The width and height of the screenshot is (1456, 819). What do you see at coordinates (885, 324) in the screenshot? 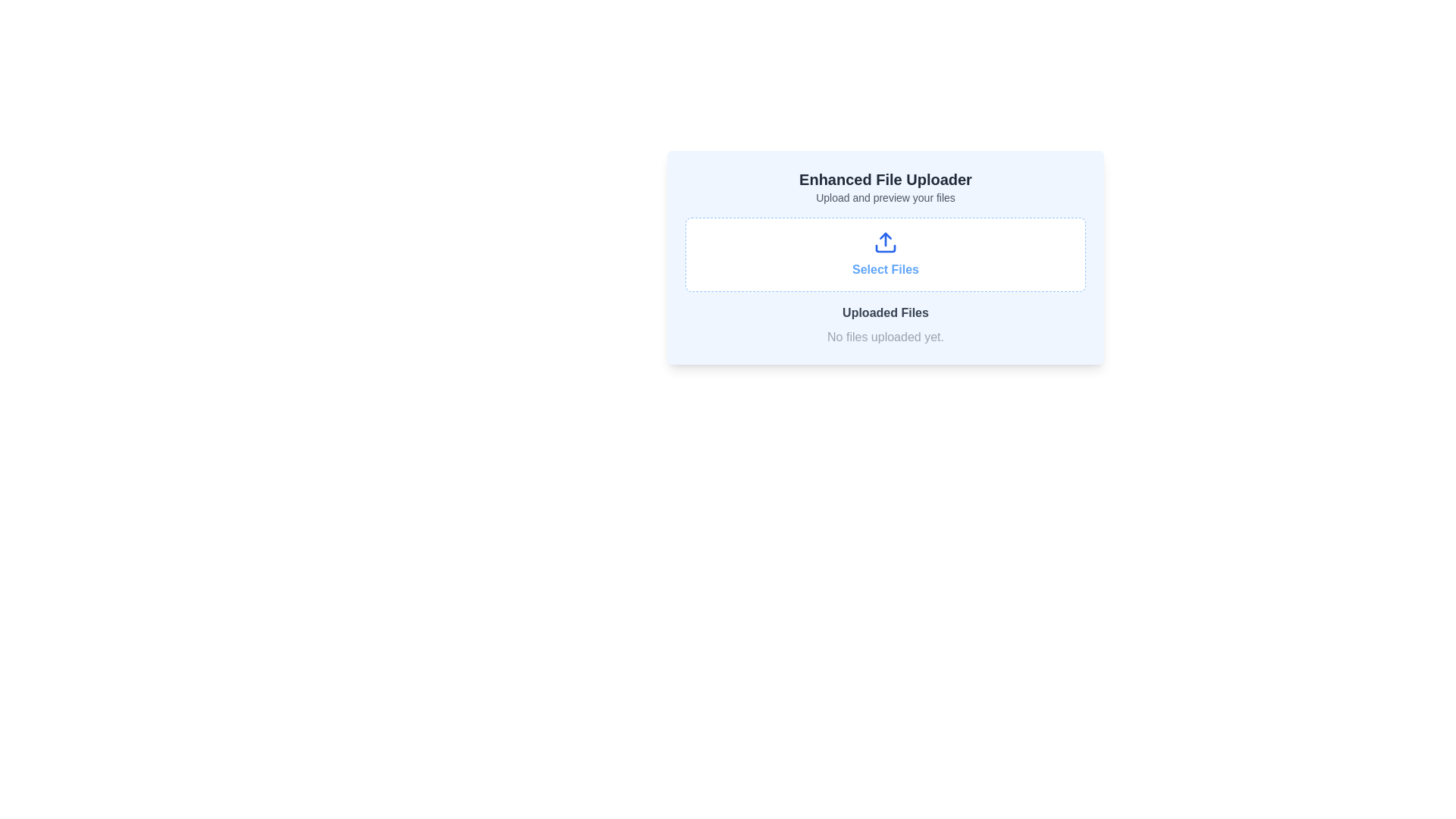
I see `the text display area labeled 'Uploaded Files' which shows 'No files uploaded yet.'` at bounding box center [885, 324].